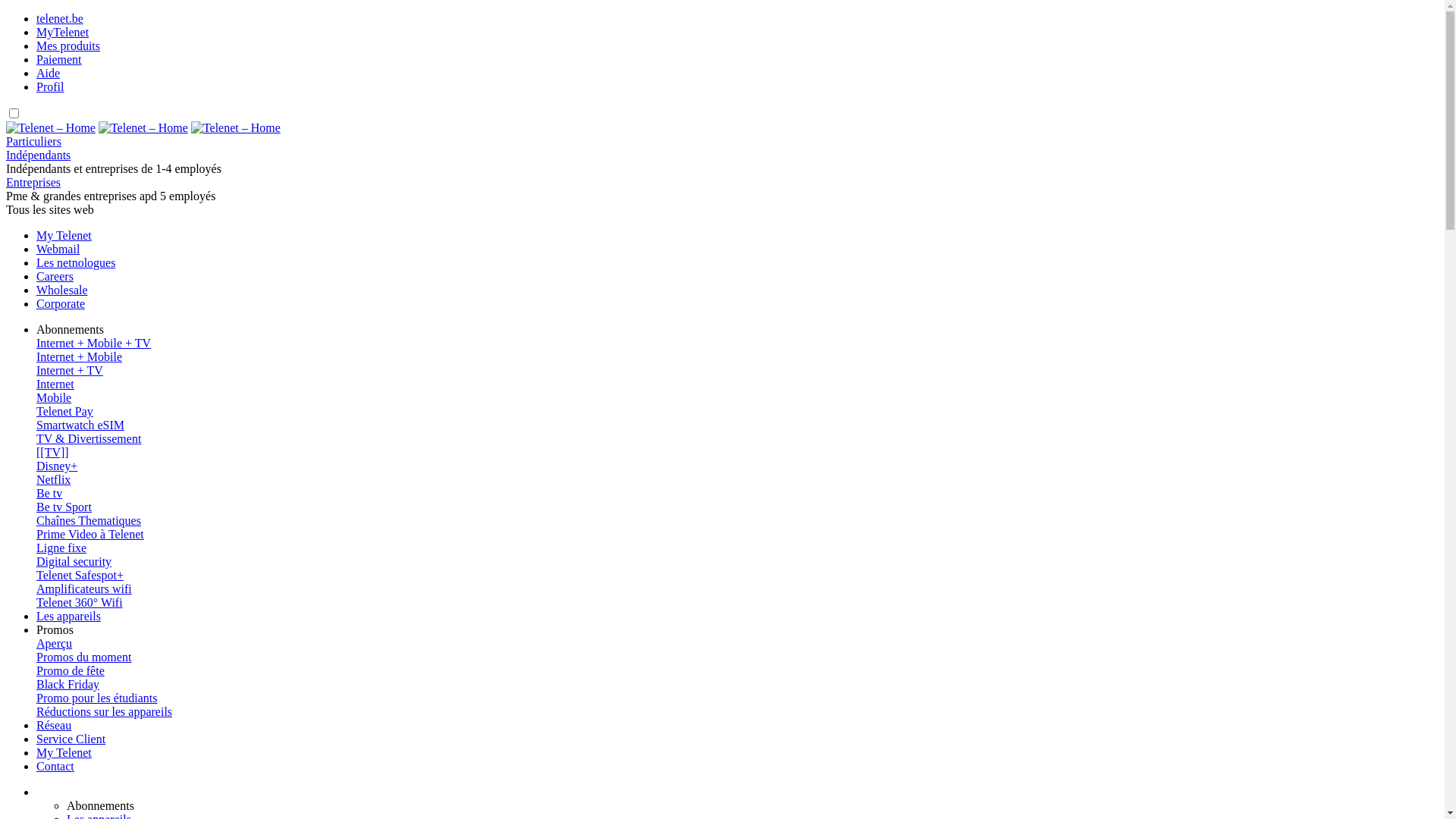 This screenshot has width=1456, height=819. I want to click on 'Telenet Safespot+', so click(79, 575).